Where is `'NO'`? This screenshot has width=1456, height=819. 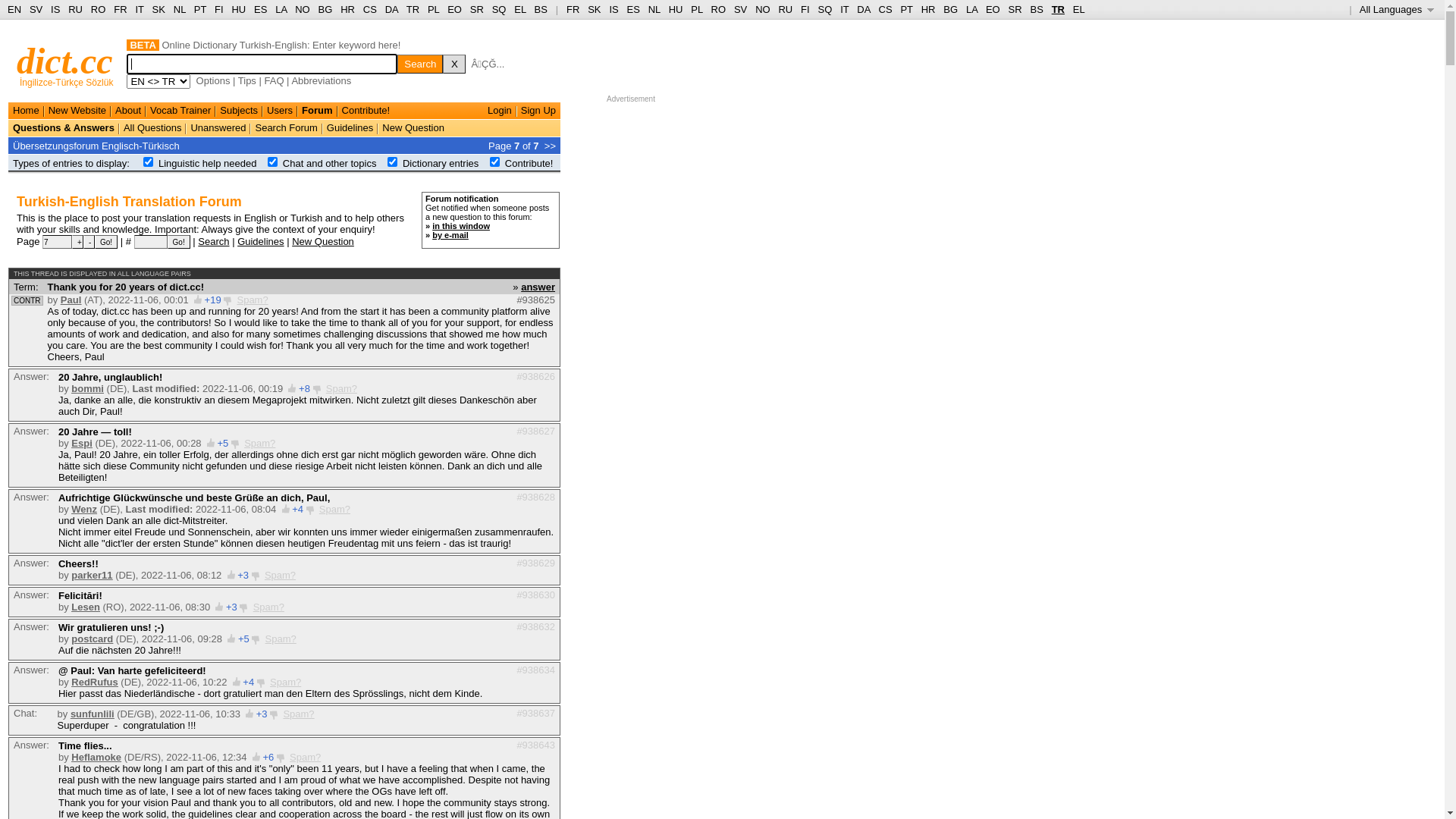
'NO' is located at coordinates (763, 9).